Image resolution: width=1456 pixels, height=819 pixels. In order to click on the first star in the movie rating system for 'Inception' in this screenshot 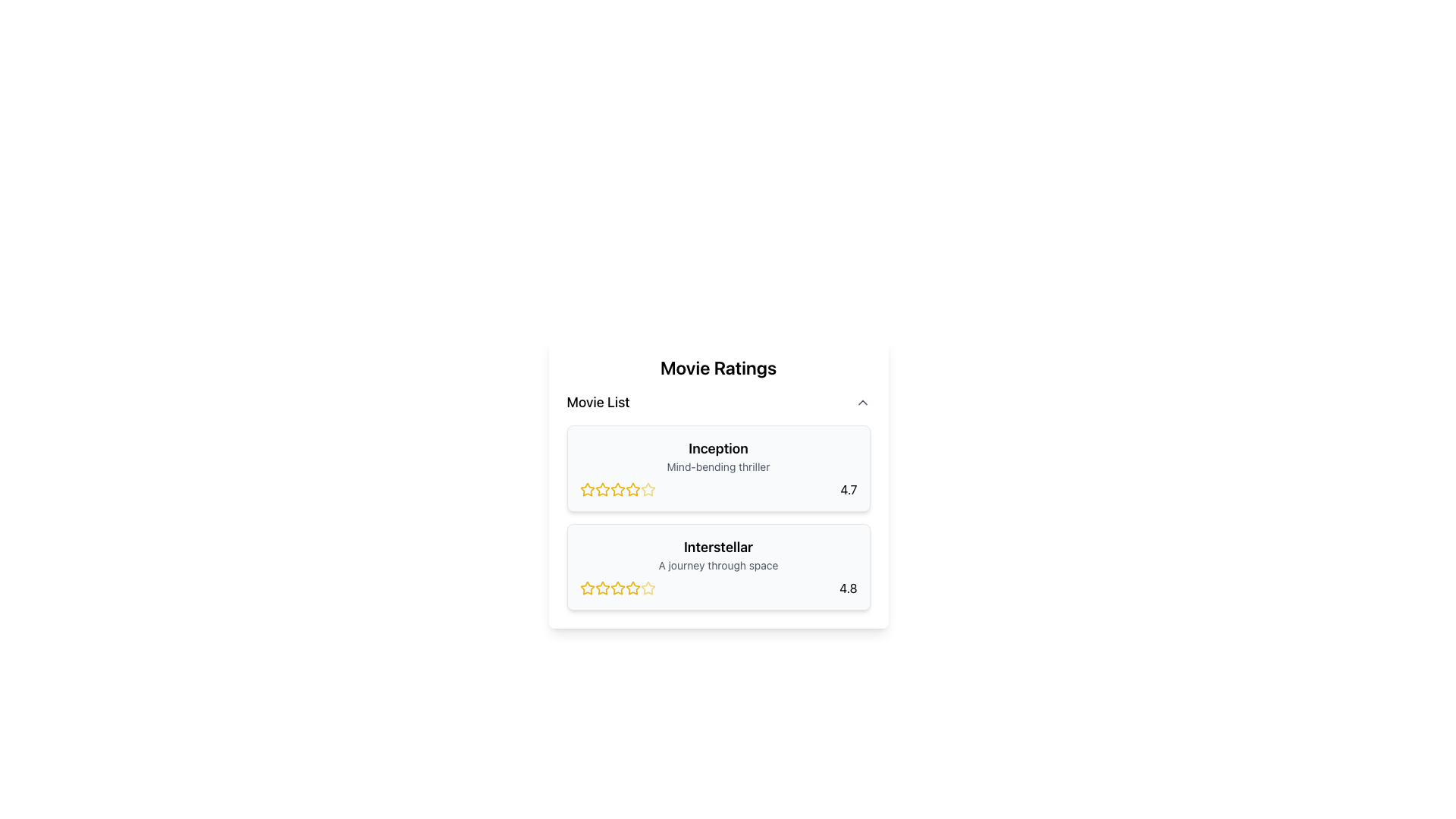, I will do `click(586, 489)`.